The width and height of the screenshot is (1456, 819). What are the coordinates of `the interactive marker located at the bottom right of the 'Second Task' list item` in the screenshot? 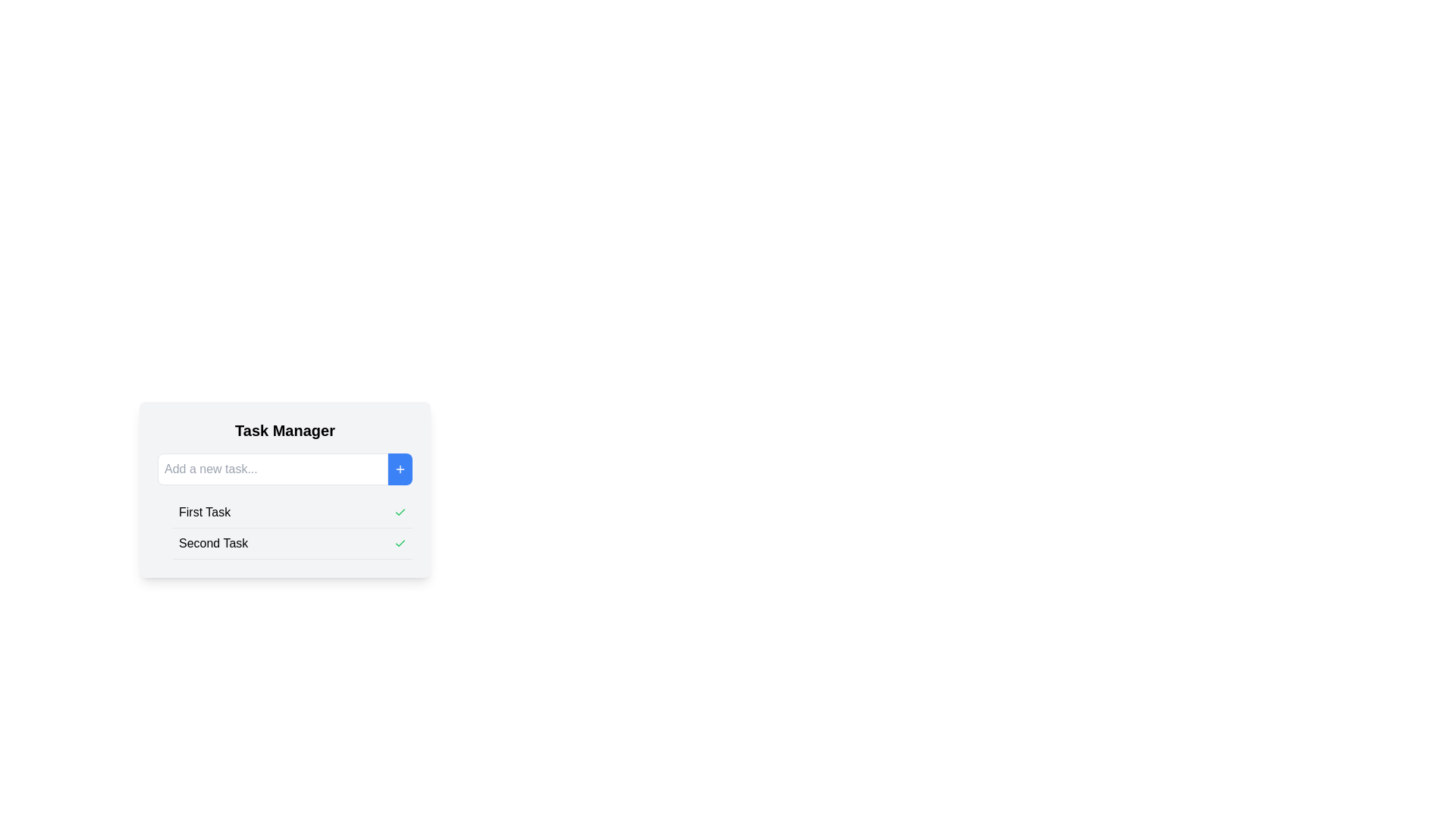 It's located at (400, 543).